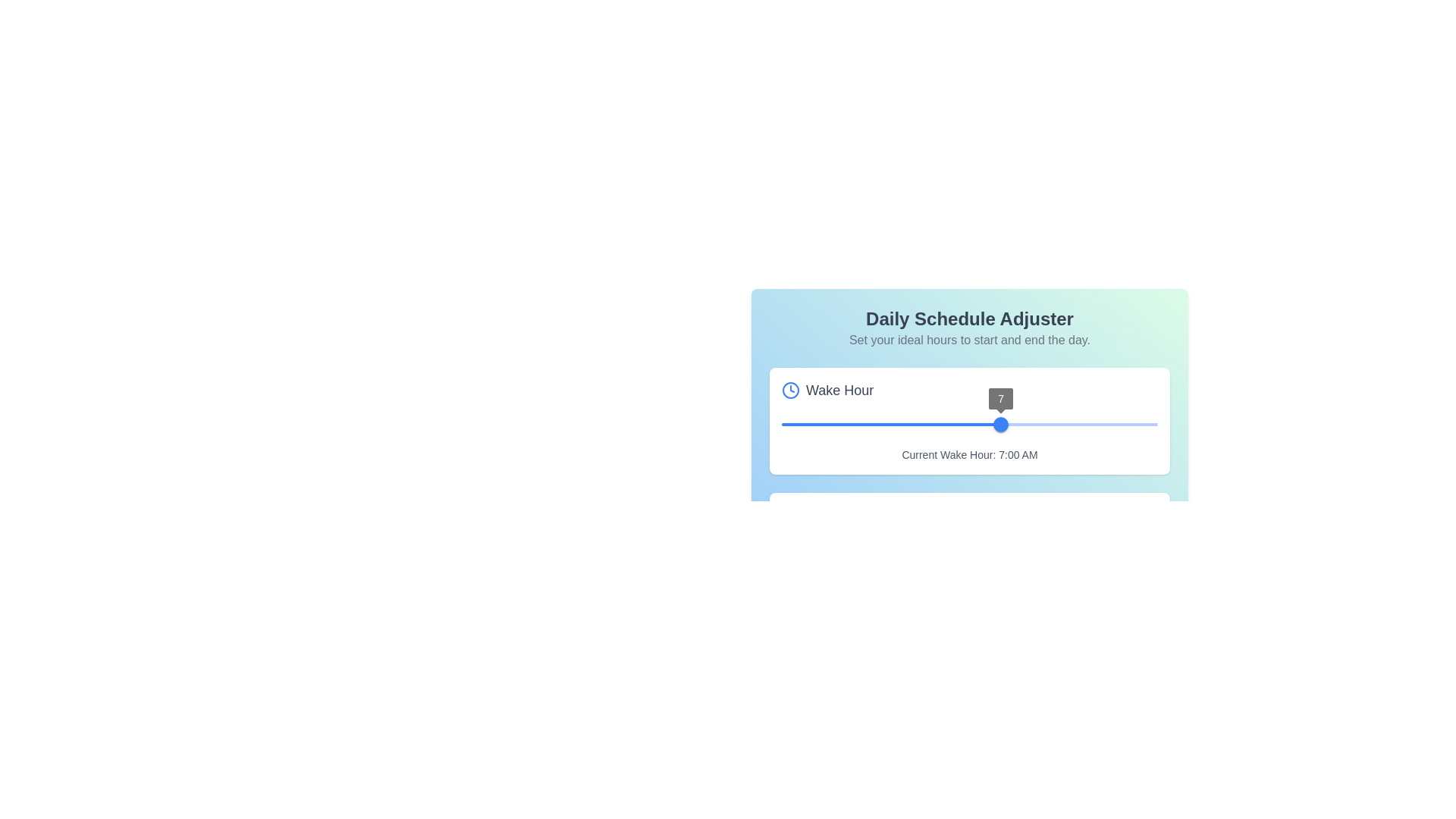 This screenshot has width=1456, height=819. Describe the element at coordinates (968, 454) in the screenshot. I see `the label displaying 'Current Wake Hour: 7:00 AM', which is styled with small, gray text and is located beneath a slider component` at that location.